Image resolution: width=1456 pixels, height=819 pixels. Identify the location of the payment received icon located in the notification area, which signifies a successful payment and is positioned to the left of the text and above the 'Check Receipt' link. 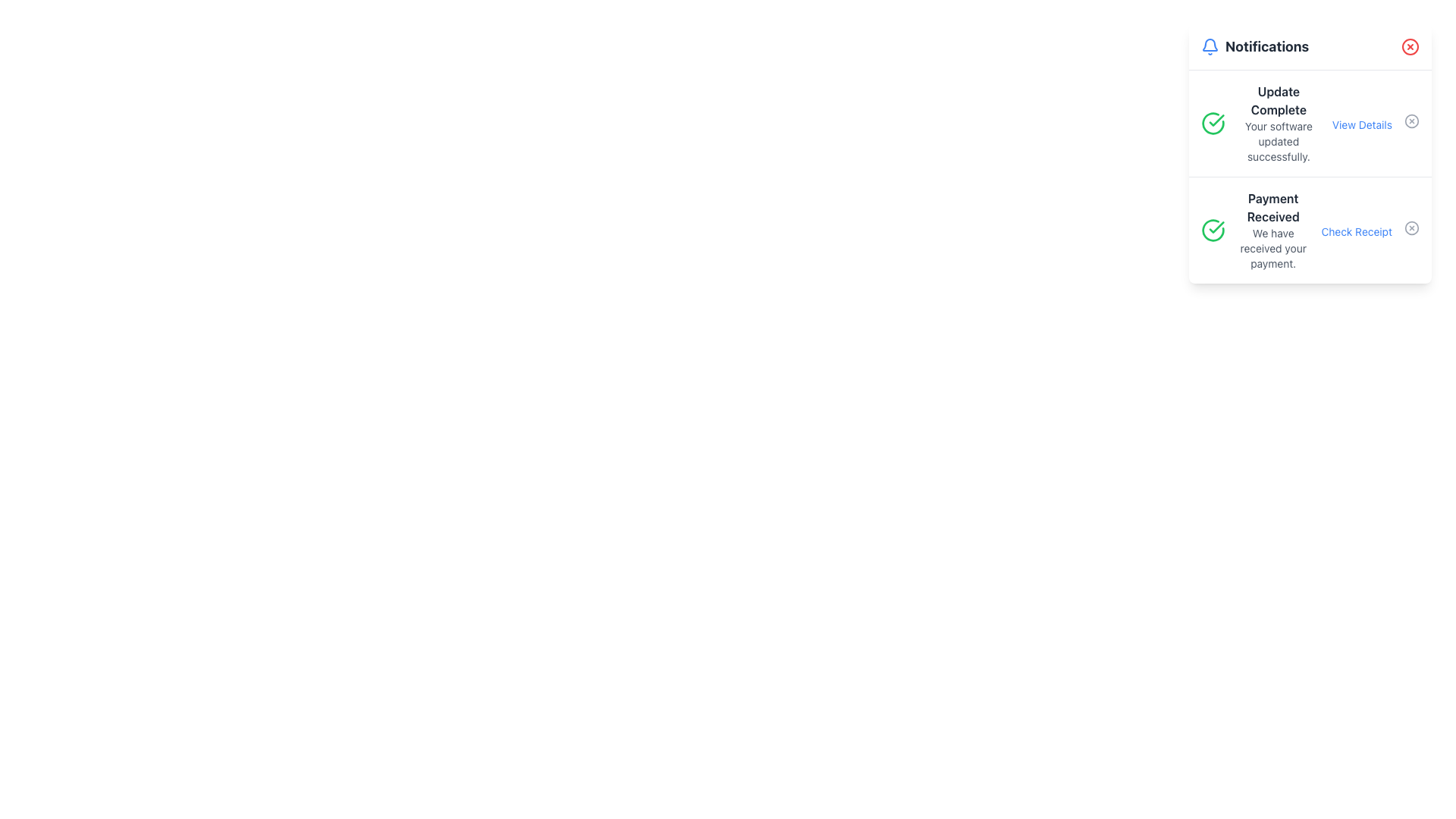
(1212, 231).